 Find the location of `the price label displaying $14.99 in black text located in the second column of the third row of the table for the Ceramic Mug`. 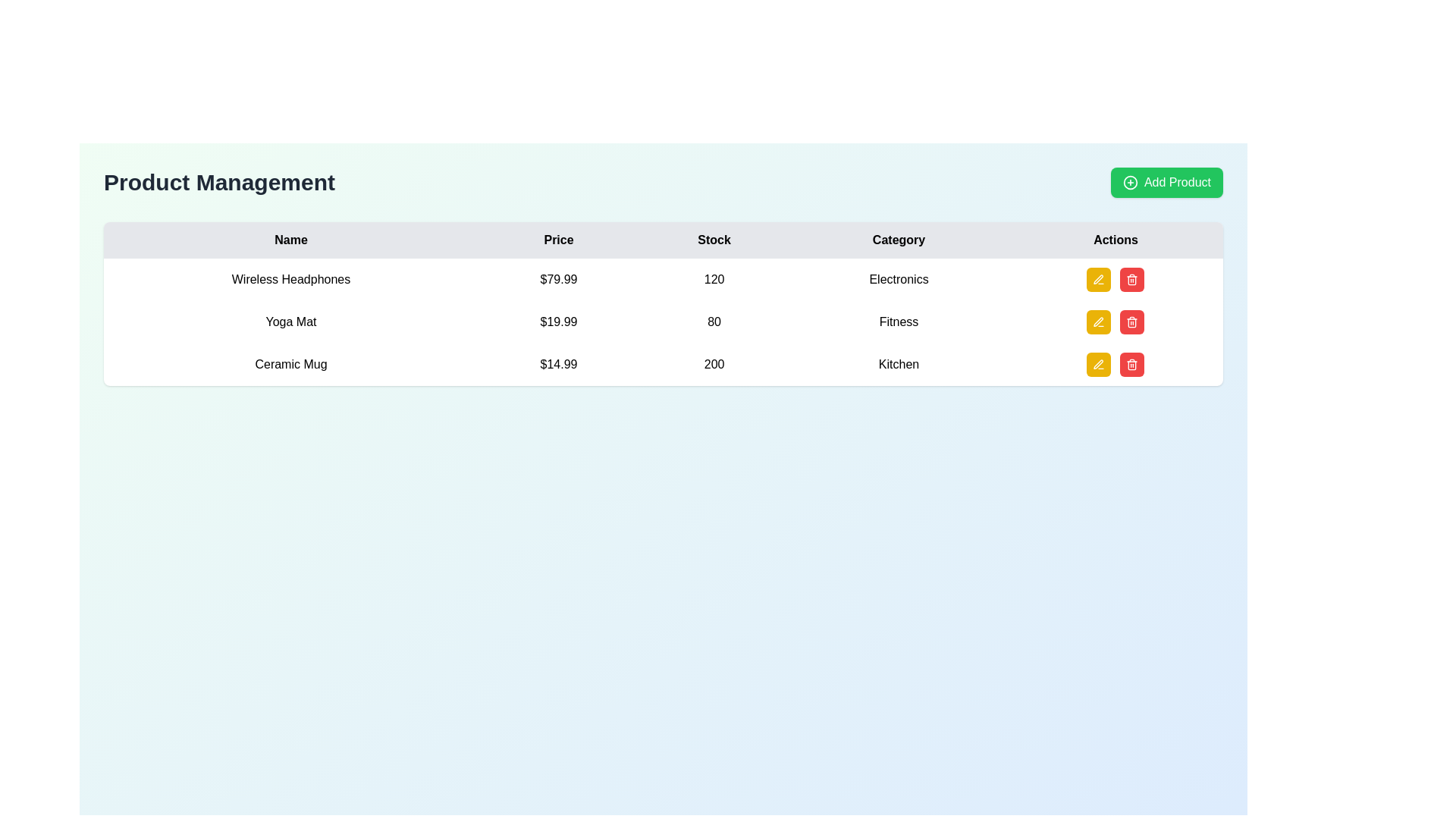

the price label displaying $14.99 in black text located in the second column of the third row of the table for the Ceramic Mug is located at coordinates (558, 365).